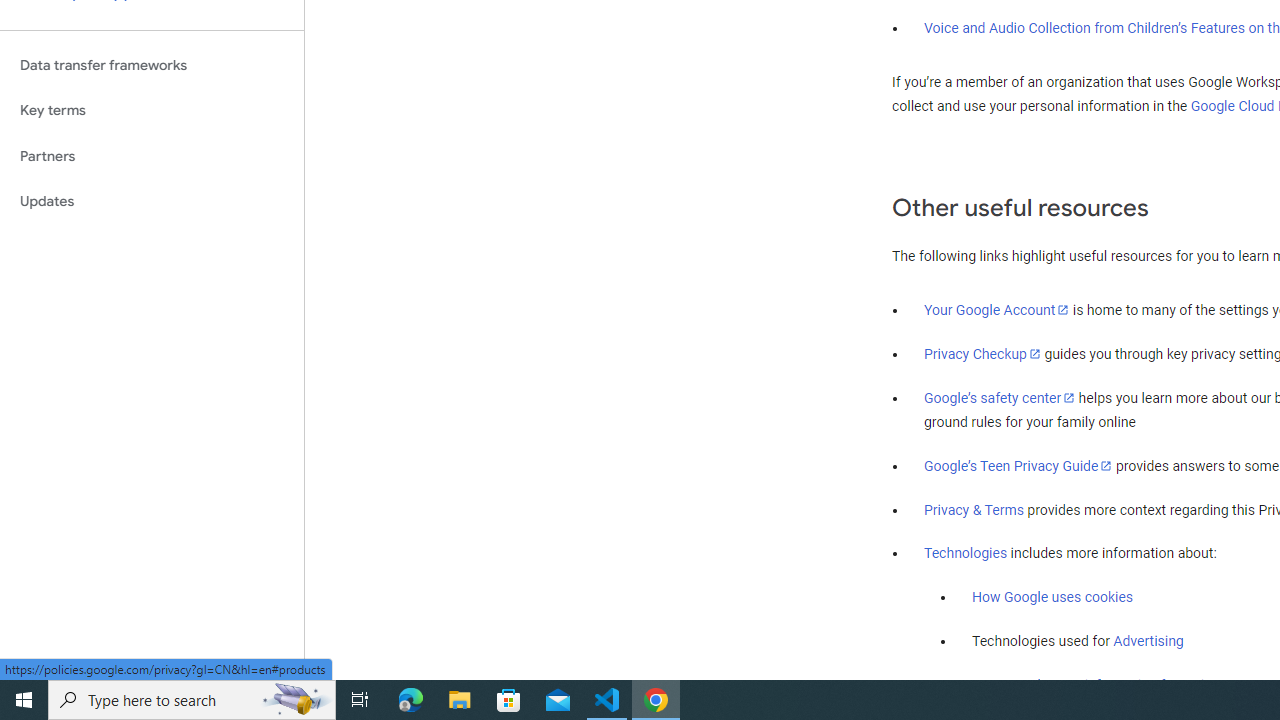 The image size is (1280, 720). Describe the element at coordinates (151, 201) in the screenshot. I see `'Updates'` at that location.